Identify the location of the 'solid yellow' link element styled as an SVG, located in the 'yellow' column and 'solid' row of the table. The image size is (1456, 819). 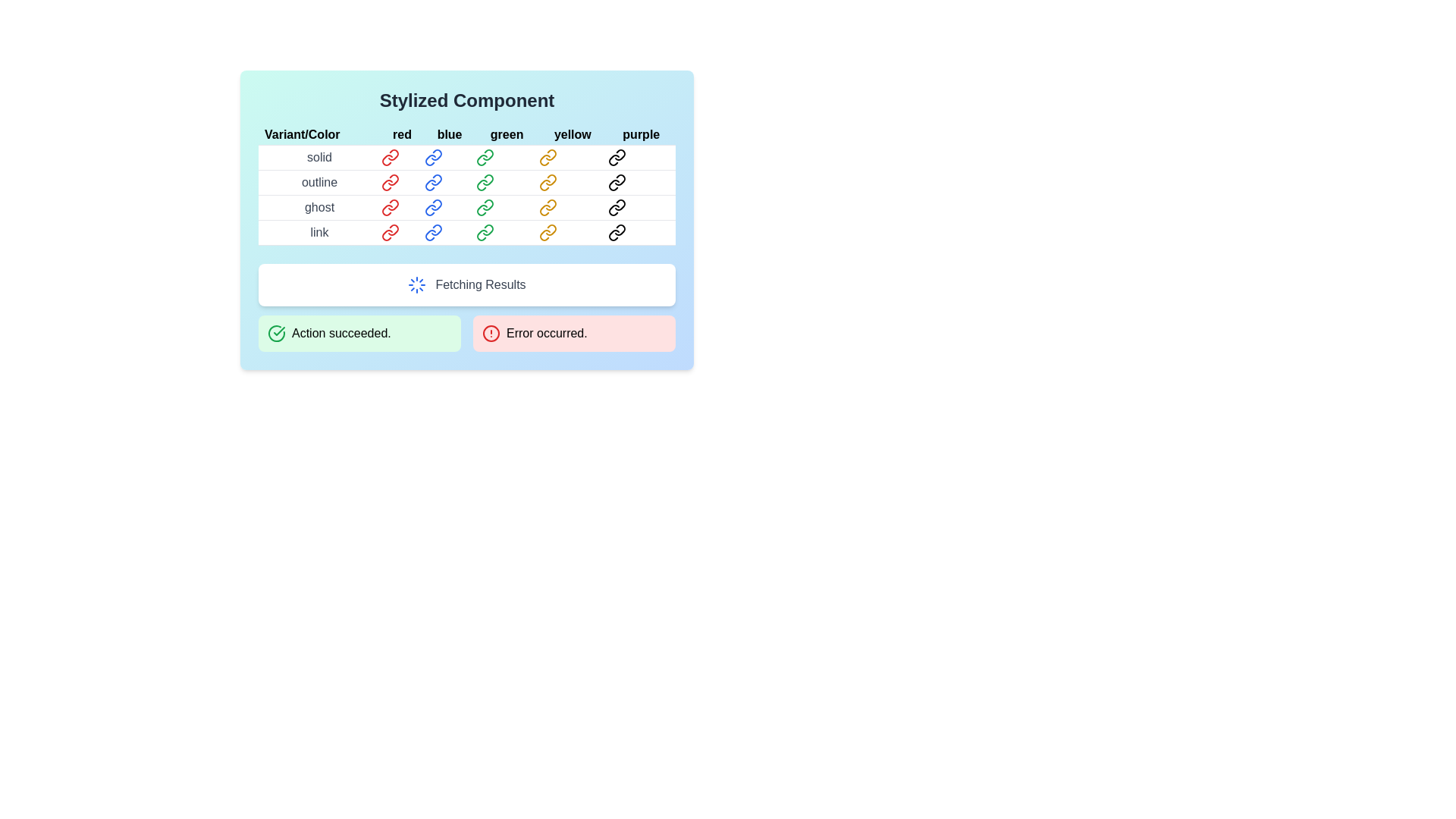
(548, 158).